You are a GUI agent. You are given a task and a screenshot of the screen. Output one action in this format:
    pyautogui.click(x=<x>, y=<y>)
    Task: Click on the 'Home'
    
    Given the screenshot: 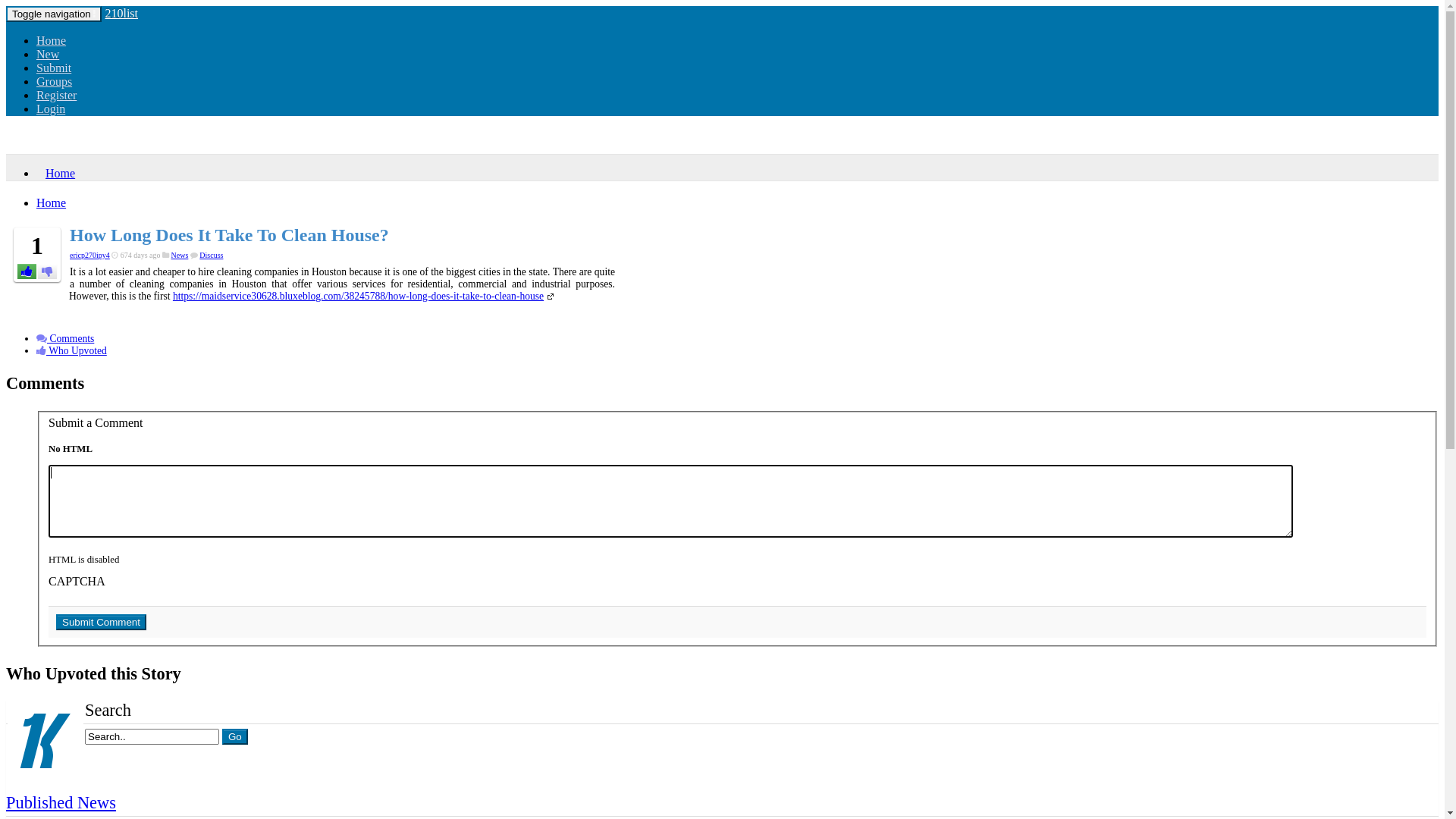 What is the action you would take?
    pyautogui.click(x=55, y=172)
    